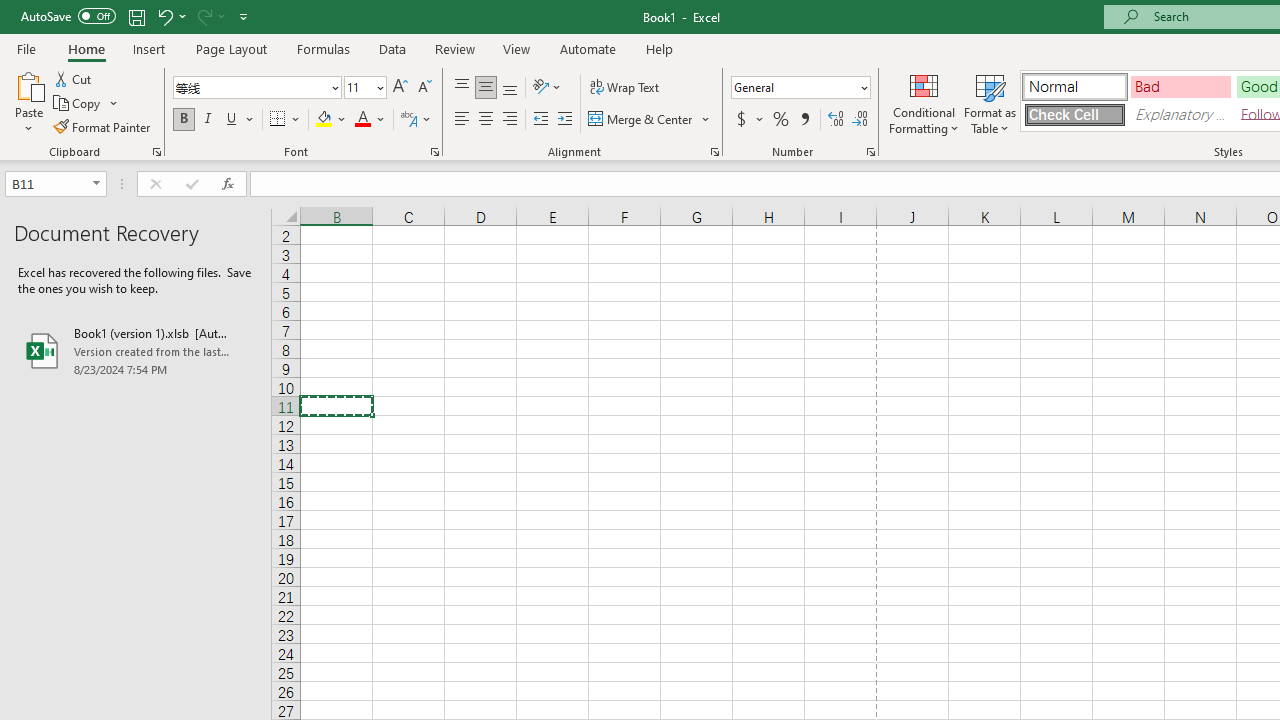 The width and height of the screenshot is (1280, 720). I want to click on 'Bottom Align', so click(510, 86).